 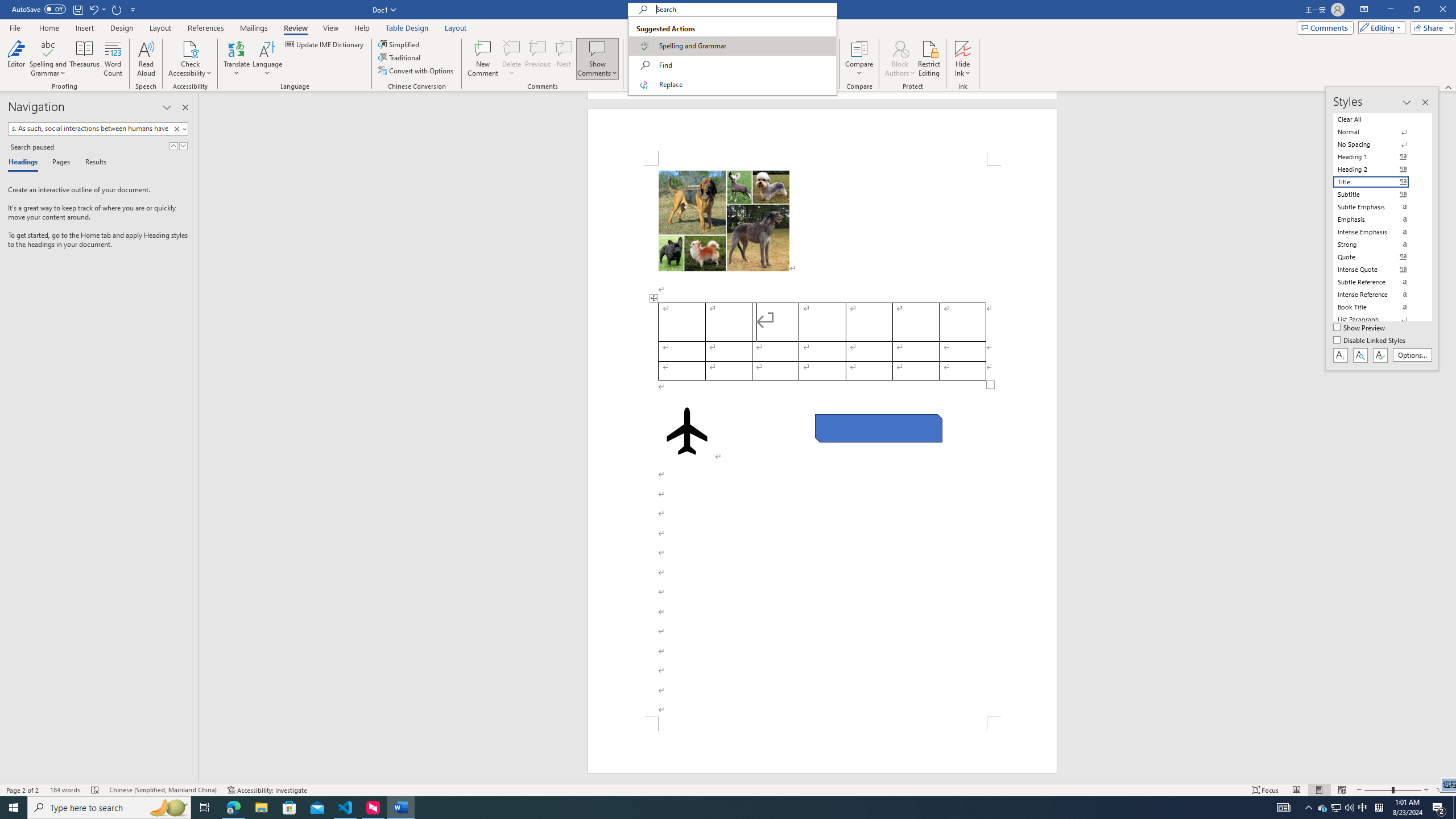 What do you see at coordinates (597, 48) in the screenshot?
I see `'Show Comments'` at bounding box center [597, 48].